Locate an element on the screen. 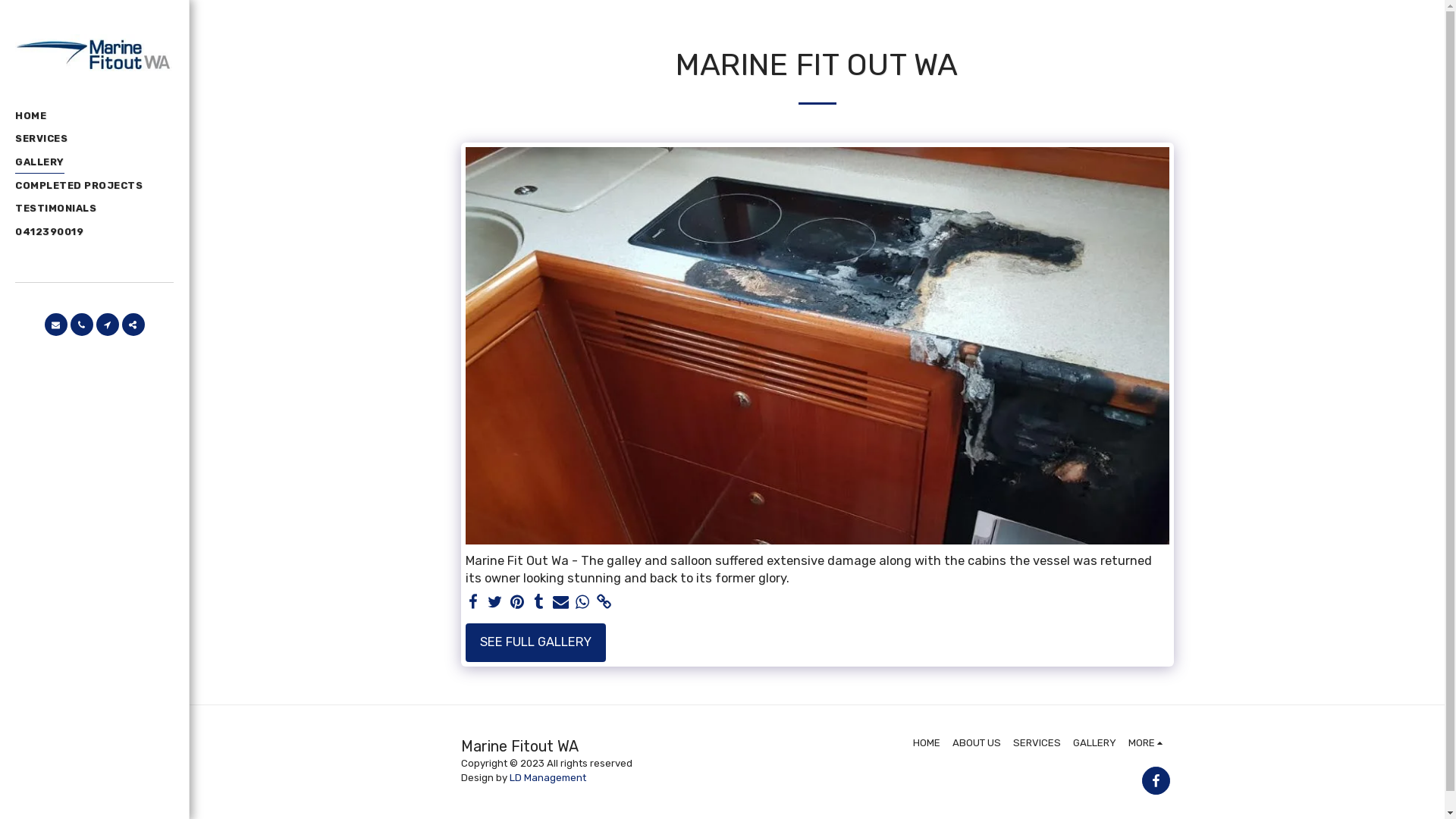 Image resolution: width=1456 pixels, height=819 pixels. 'TESTIMONIALS' is located at coordinates (55, 209).